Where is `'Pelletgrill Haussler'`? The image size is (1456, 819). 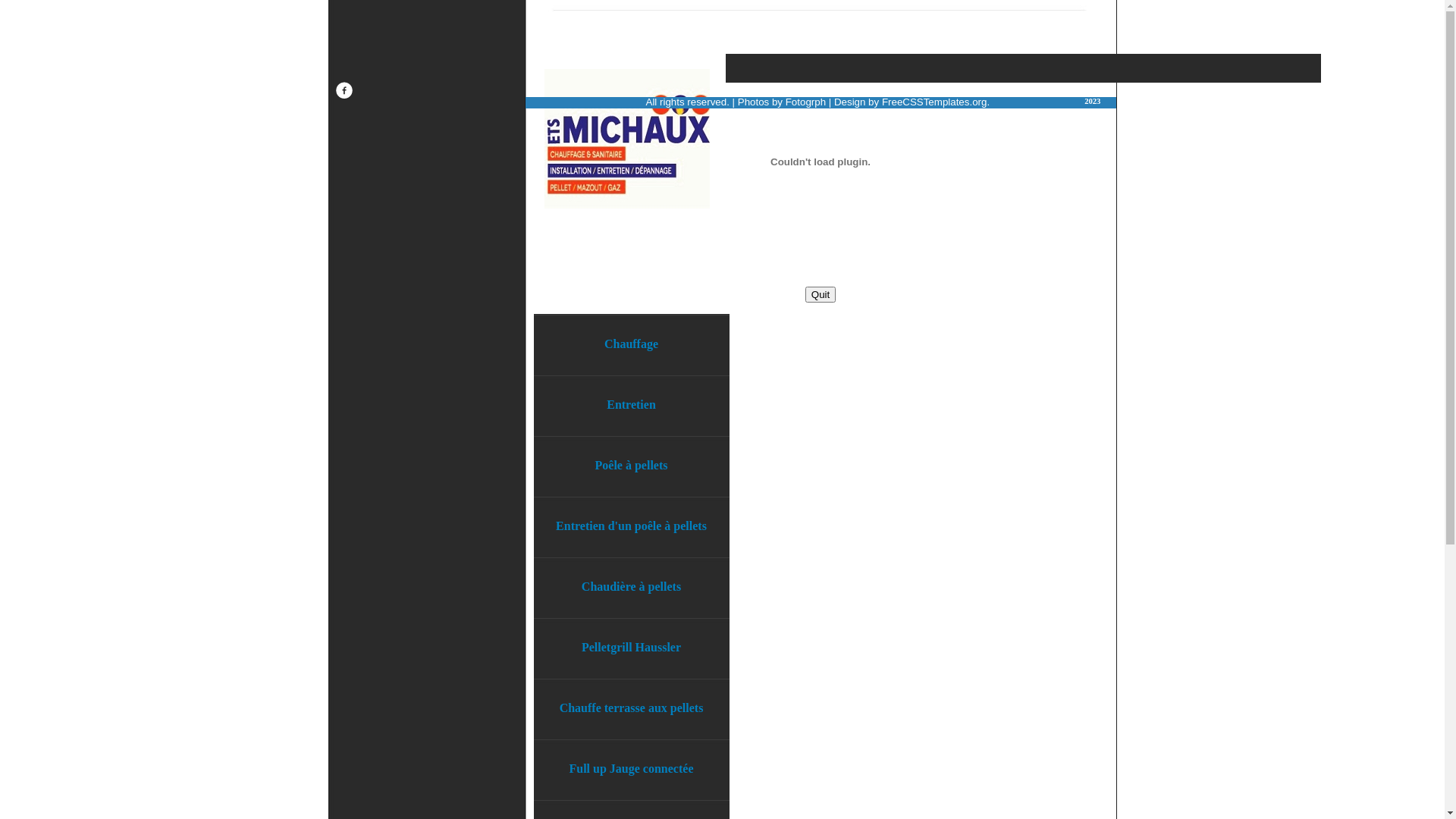 'Pelletgrill Haussler' is located at coordinates (632, 647).